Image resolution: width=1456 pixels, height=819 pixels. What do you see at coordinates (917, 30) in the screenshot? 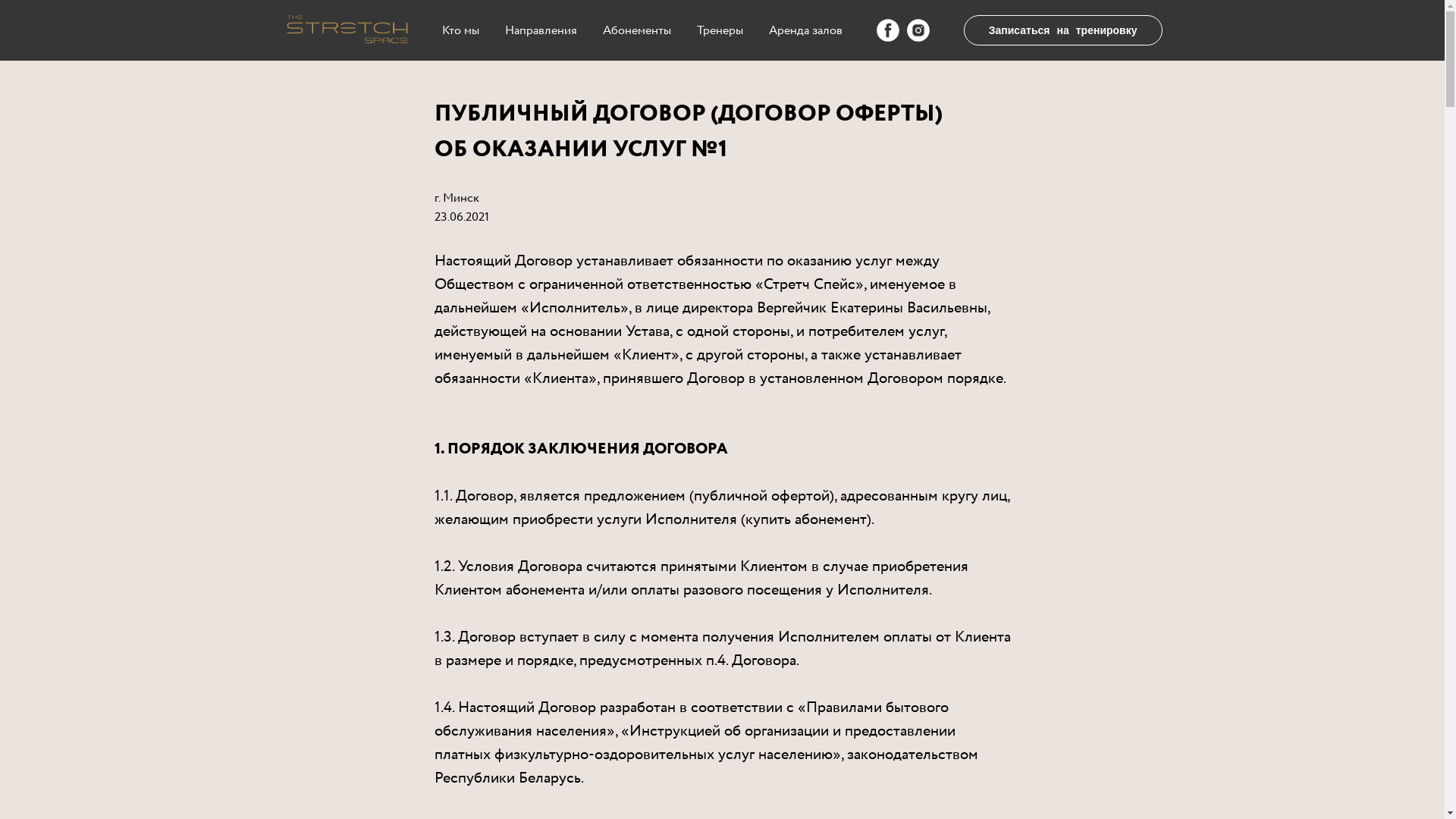
I see `'Instagram'` at bounding box center [917, 30].